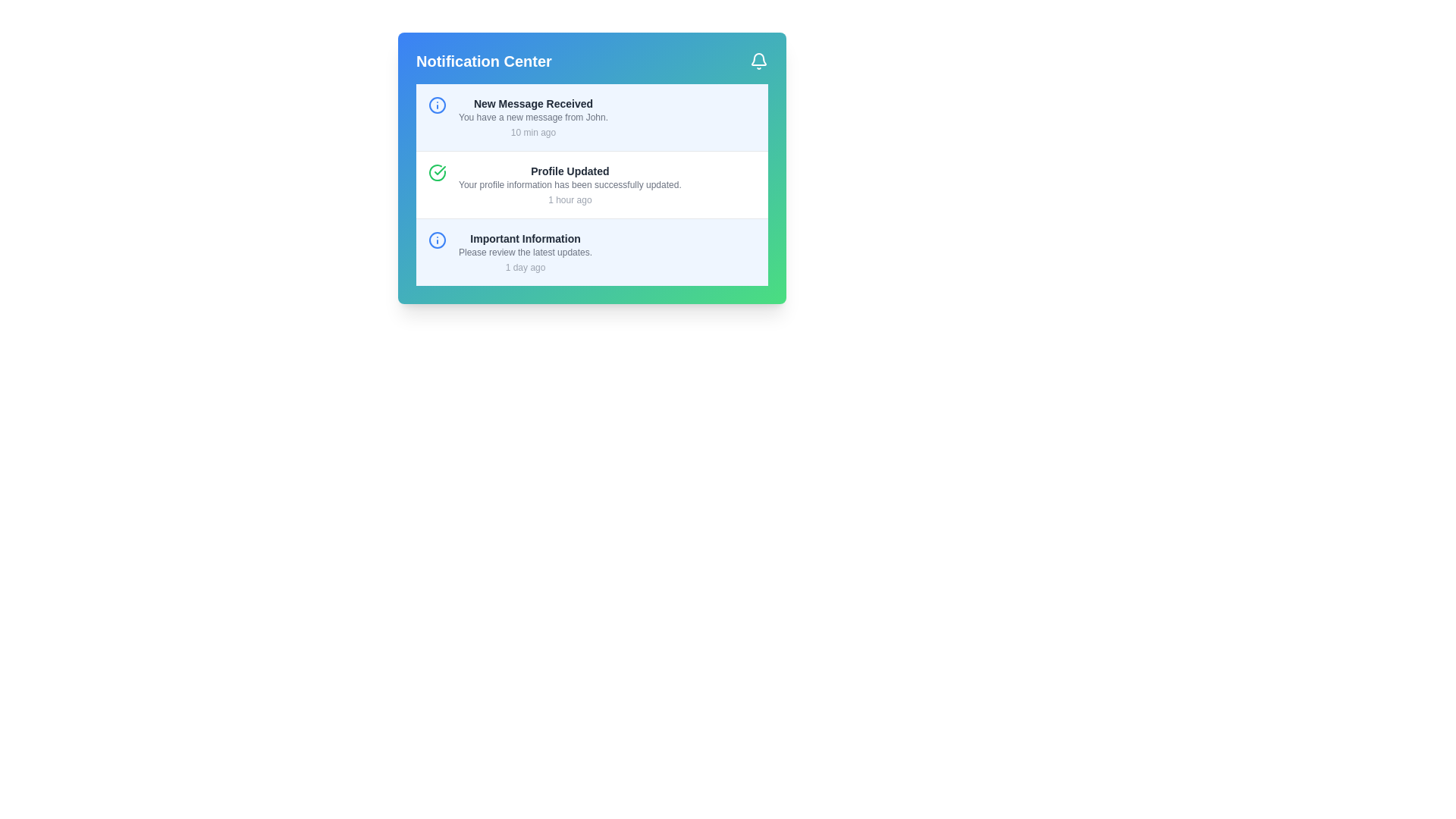 This screenshot has height=819, width=1456. What do you see at coordinates (526, 251) in the screenshot?
I see `the third notification card in the Notification Center, which is located below two other notifications, by clicking on it` at bounding box center [526, 251].